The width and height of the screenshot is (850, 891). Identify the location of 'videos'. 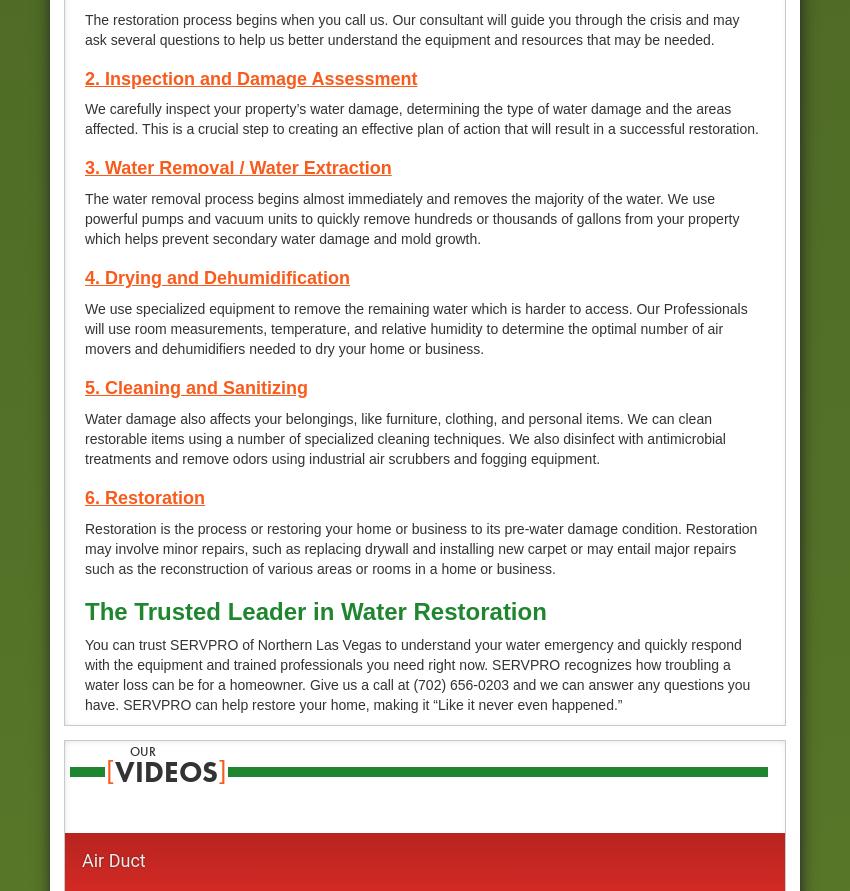
(165, 771).